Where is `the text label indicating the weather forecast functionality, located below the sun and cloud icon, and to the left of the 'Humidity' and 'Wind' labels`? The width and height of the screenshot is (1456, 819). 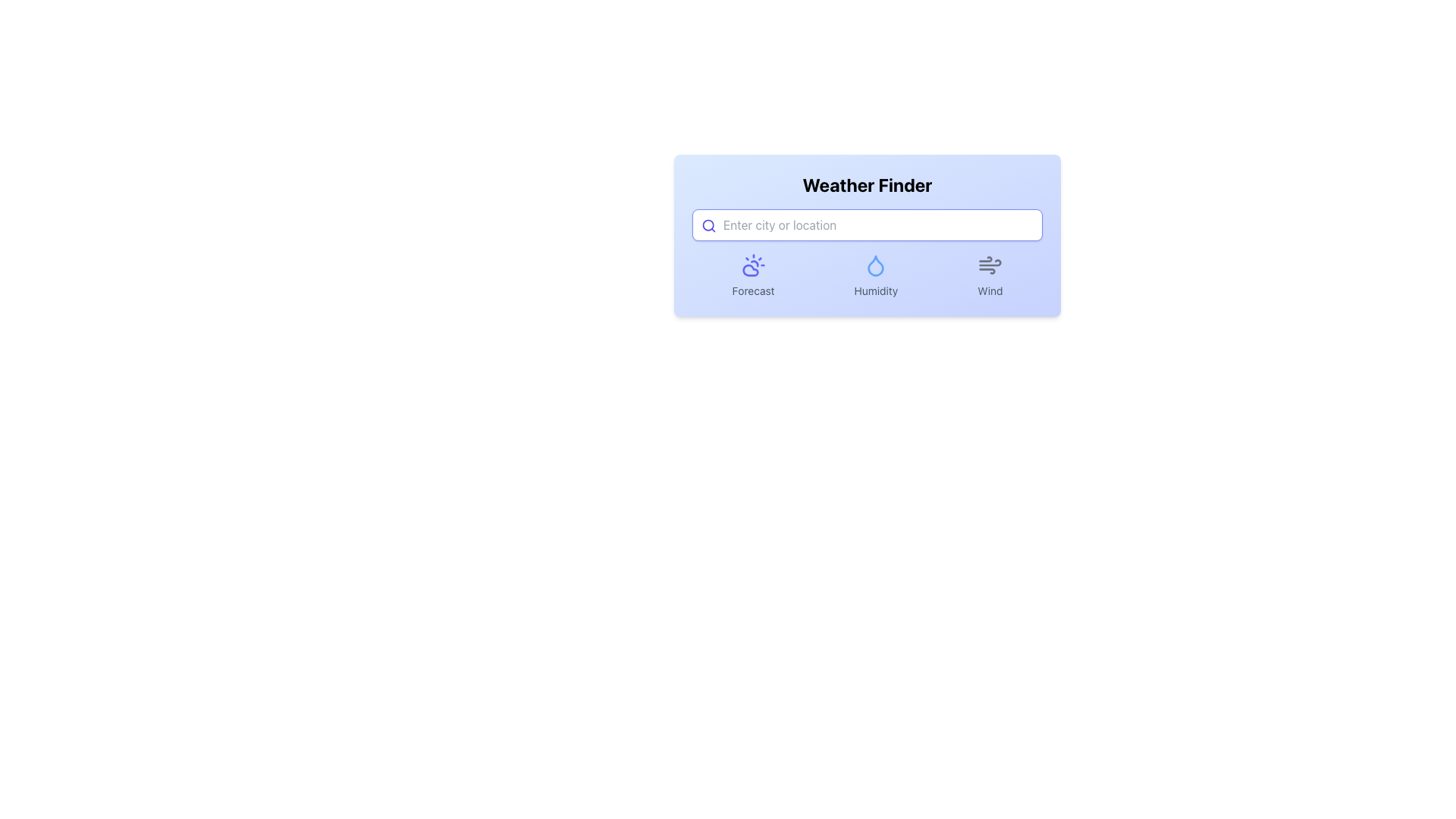
the text label indicating the weather forecast functionality, located below the sun and cloud icon, and to the left of the 'Humidity' and 'Wind' labels is located at coordinates (753, 291).